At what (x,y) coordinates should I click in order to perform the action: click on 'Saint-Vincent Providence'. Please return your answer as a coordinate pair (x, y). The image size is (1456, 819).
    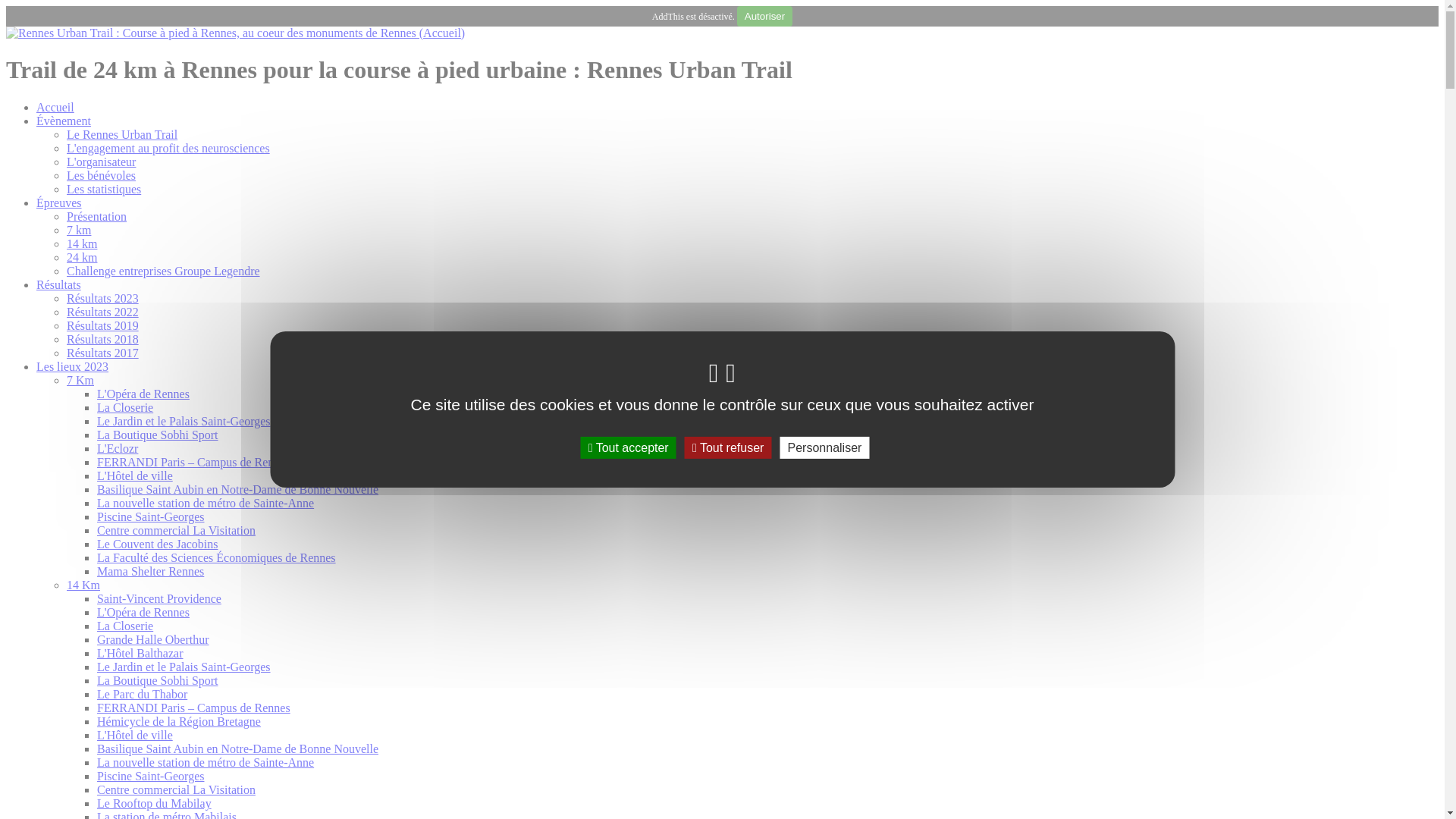
    Looking at the image, I should click on (159, 598).